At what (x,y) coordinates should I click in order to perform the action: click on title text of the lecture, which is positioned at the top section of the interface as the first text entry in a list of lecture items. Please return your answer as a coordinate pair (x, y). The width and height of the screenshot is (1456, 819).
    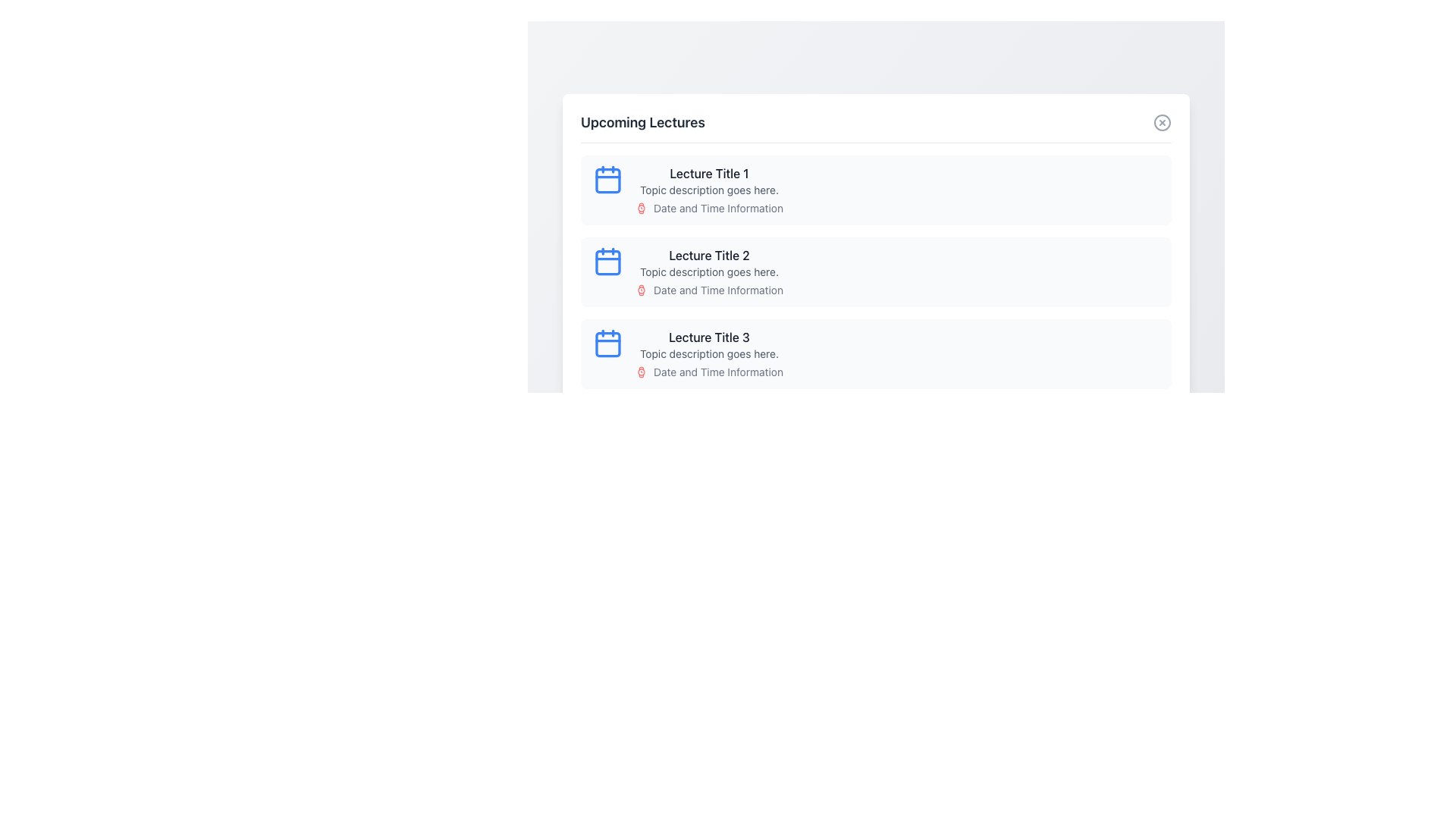
    Looking at the image, I should click on (708, 172).